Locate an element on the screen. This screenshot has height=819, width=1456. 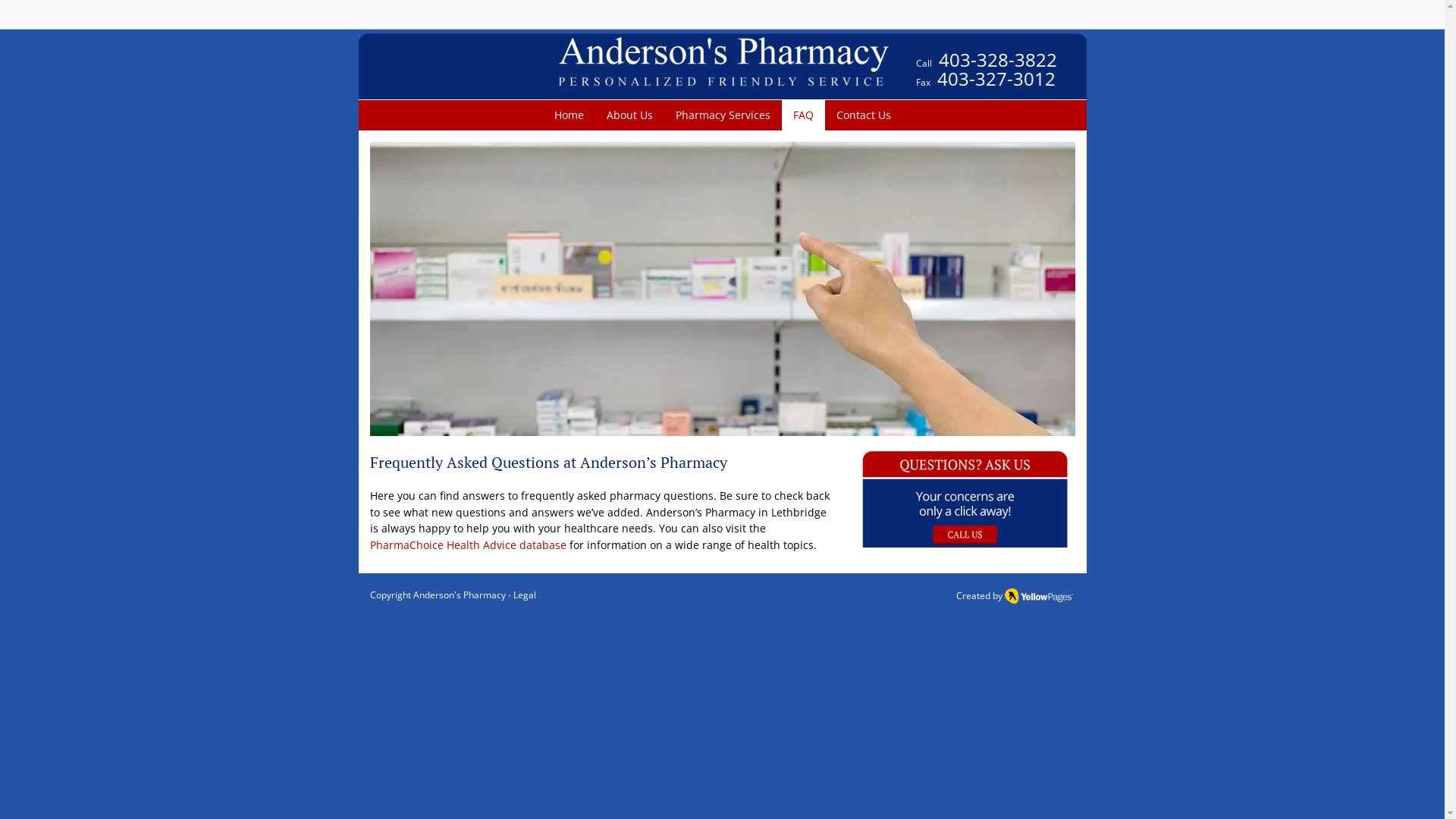
'FAQ' is located at coordinates (781, 114).